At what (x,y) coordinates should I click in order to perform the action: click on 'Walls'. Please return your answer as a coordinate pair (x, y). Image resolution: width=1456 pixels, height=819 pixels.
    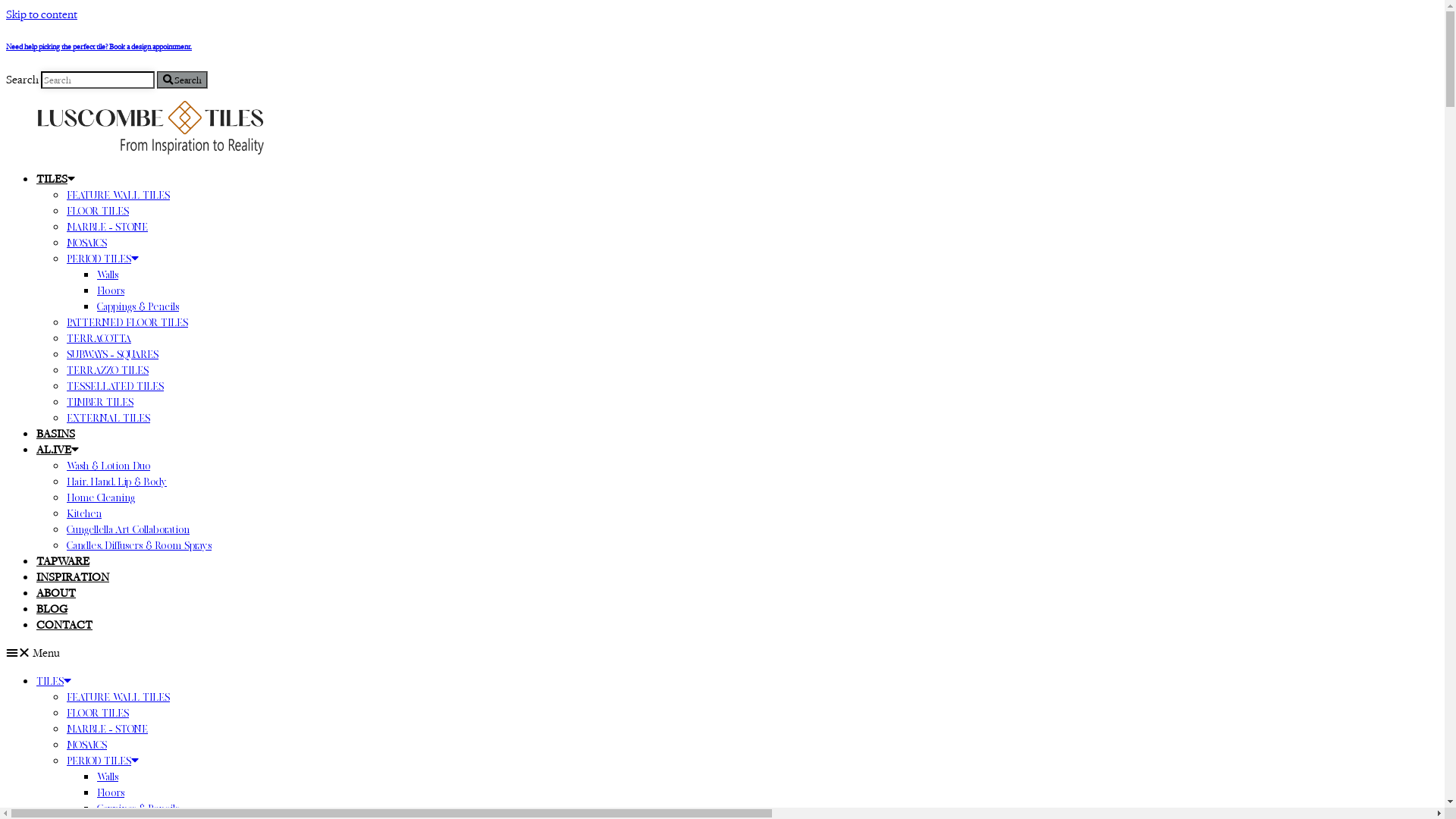
    Looking at the image, I should click on (96, 776).